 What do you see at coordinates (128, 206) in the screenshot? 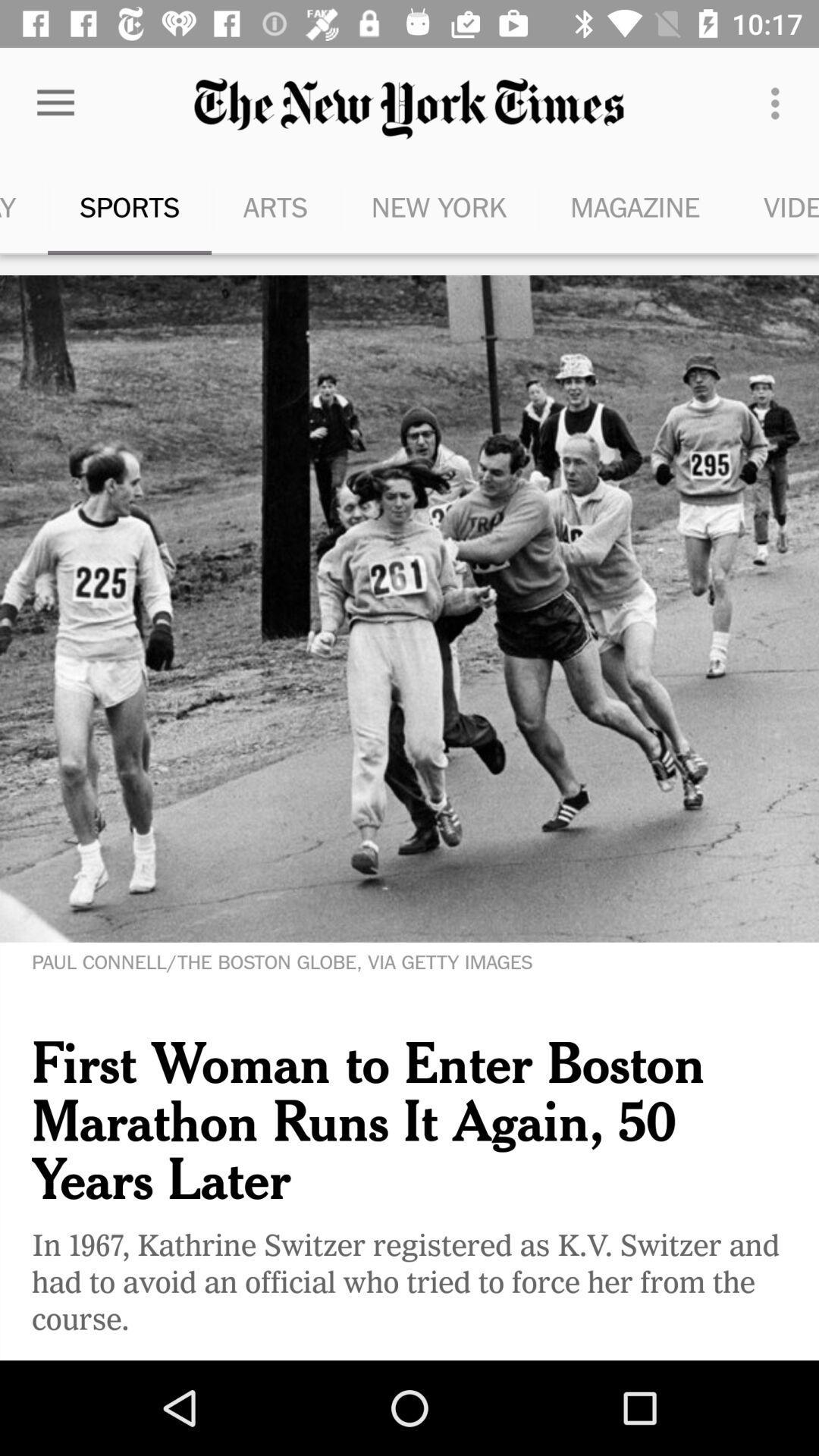
I see `icon next to arts icon` at bounding box center [128, 206].